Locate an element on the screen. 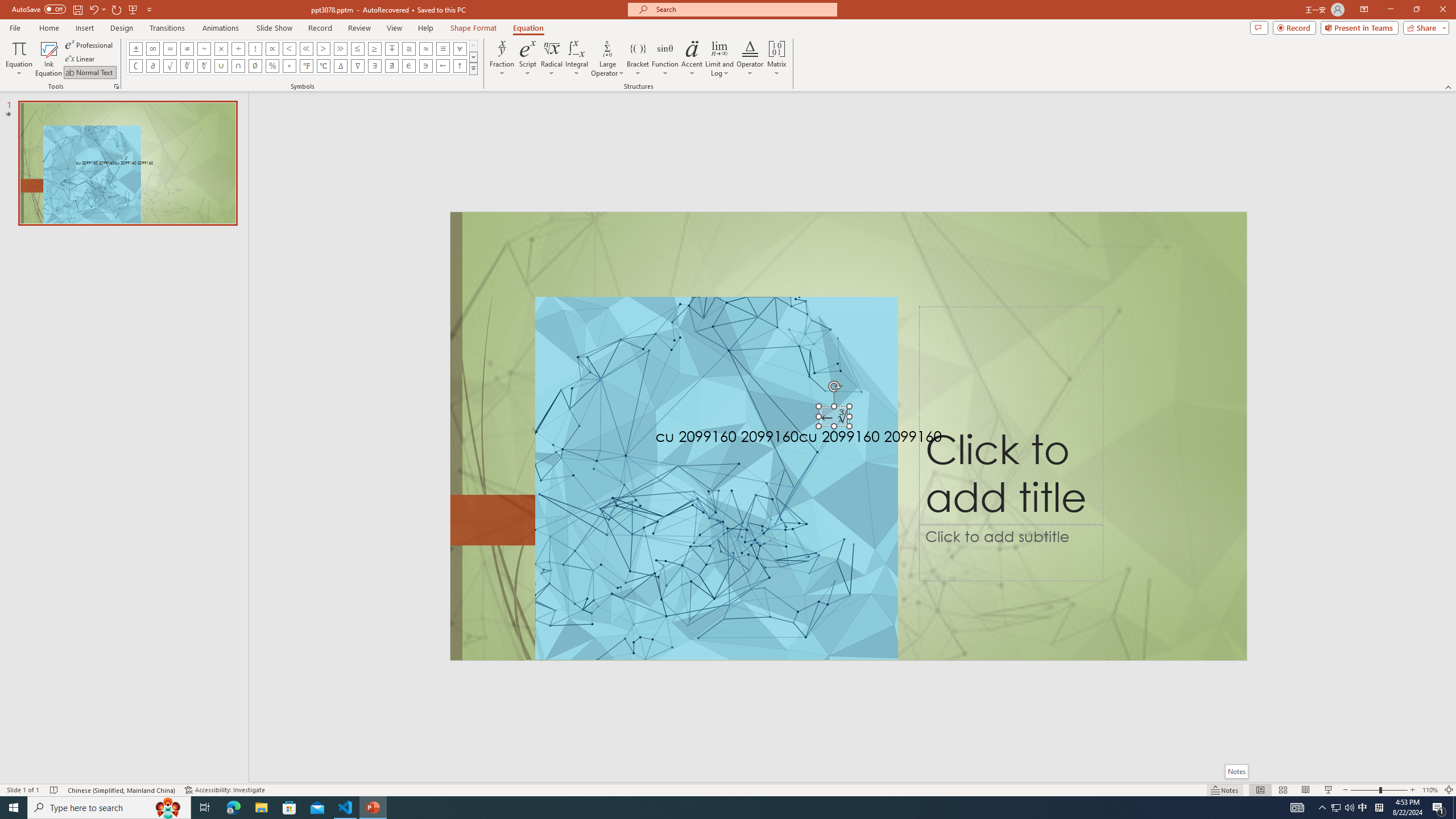 This screenshot has height=819, width=1456. 'Linear' is located at coordinates (81, 59).